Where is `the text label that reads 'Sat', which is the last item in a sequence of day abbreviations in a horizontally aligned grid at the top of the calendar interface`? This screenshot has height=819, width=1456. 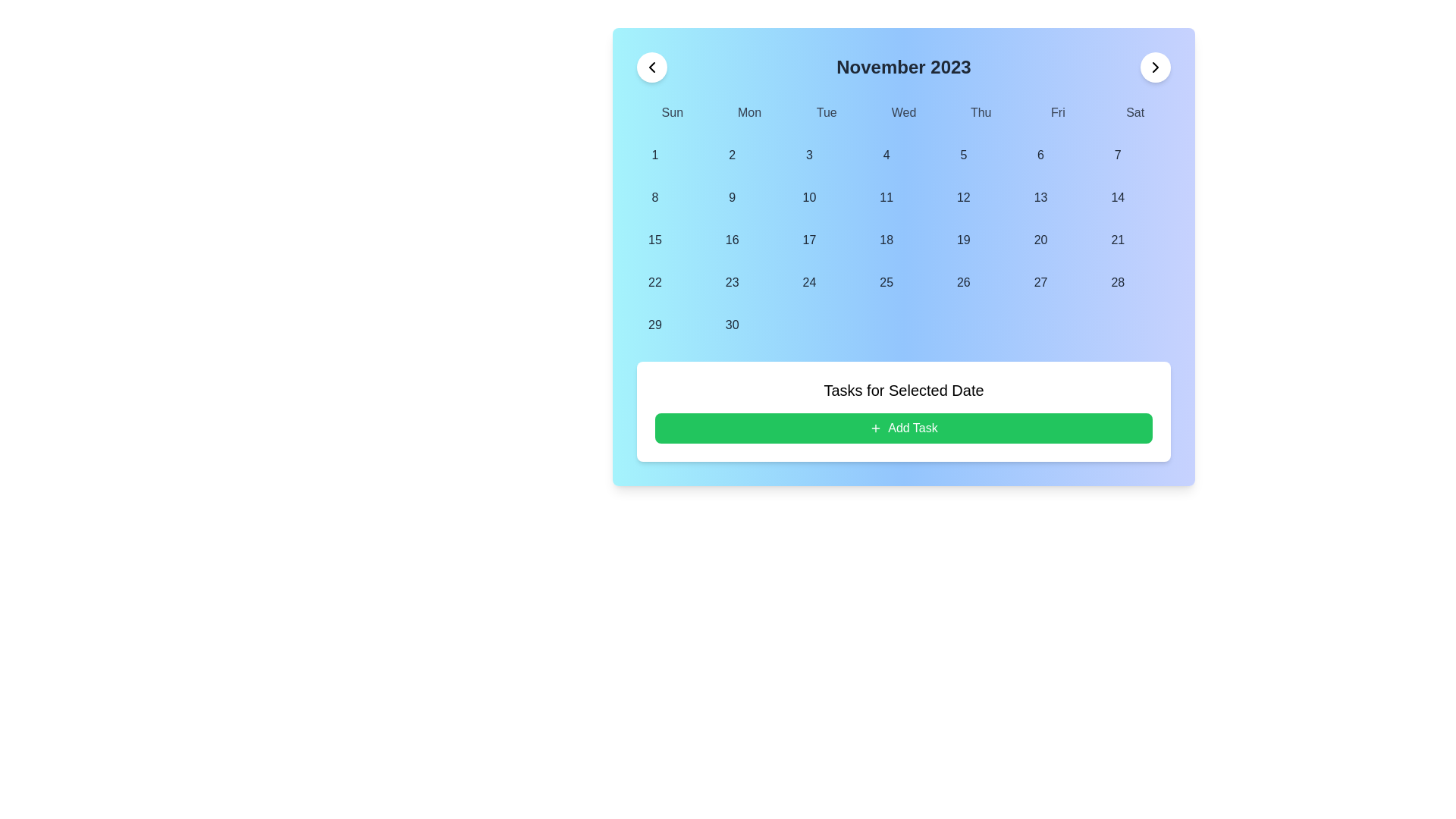 the text label that reads 'Sat', which is the last item in a sequence of day abbreviations in a horizontally aligned grid at the top of the calendar interface is located at coordinates (1135, 112).